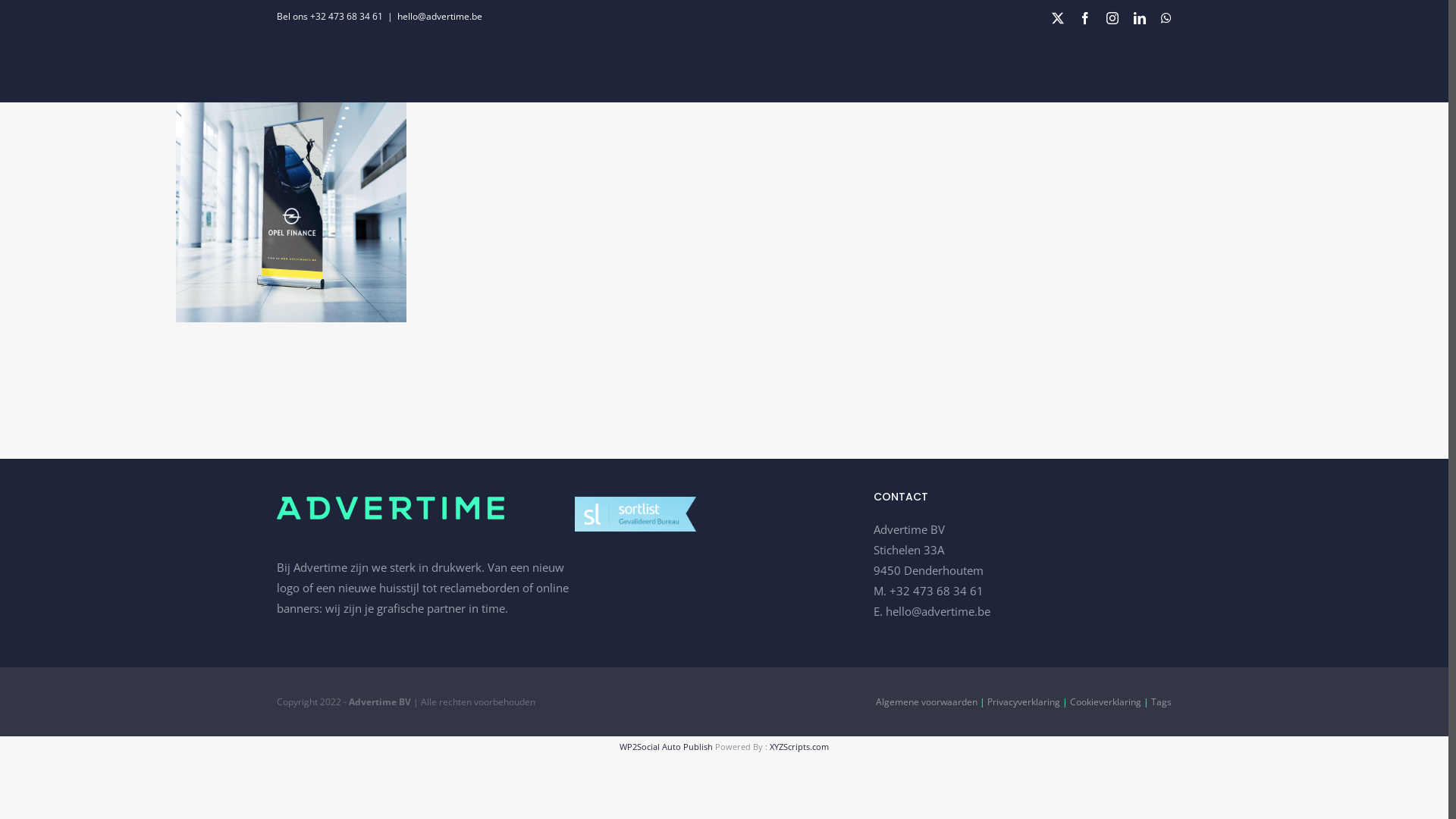  Describe the element at coordinates (876, 701) in the screenshot. I see `'Algemene voorwaarden'` at that location.